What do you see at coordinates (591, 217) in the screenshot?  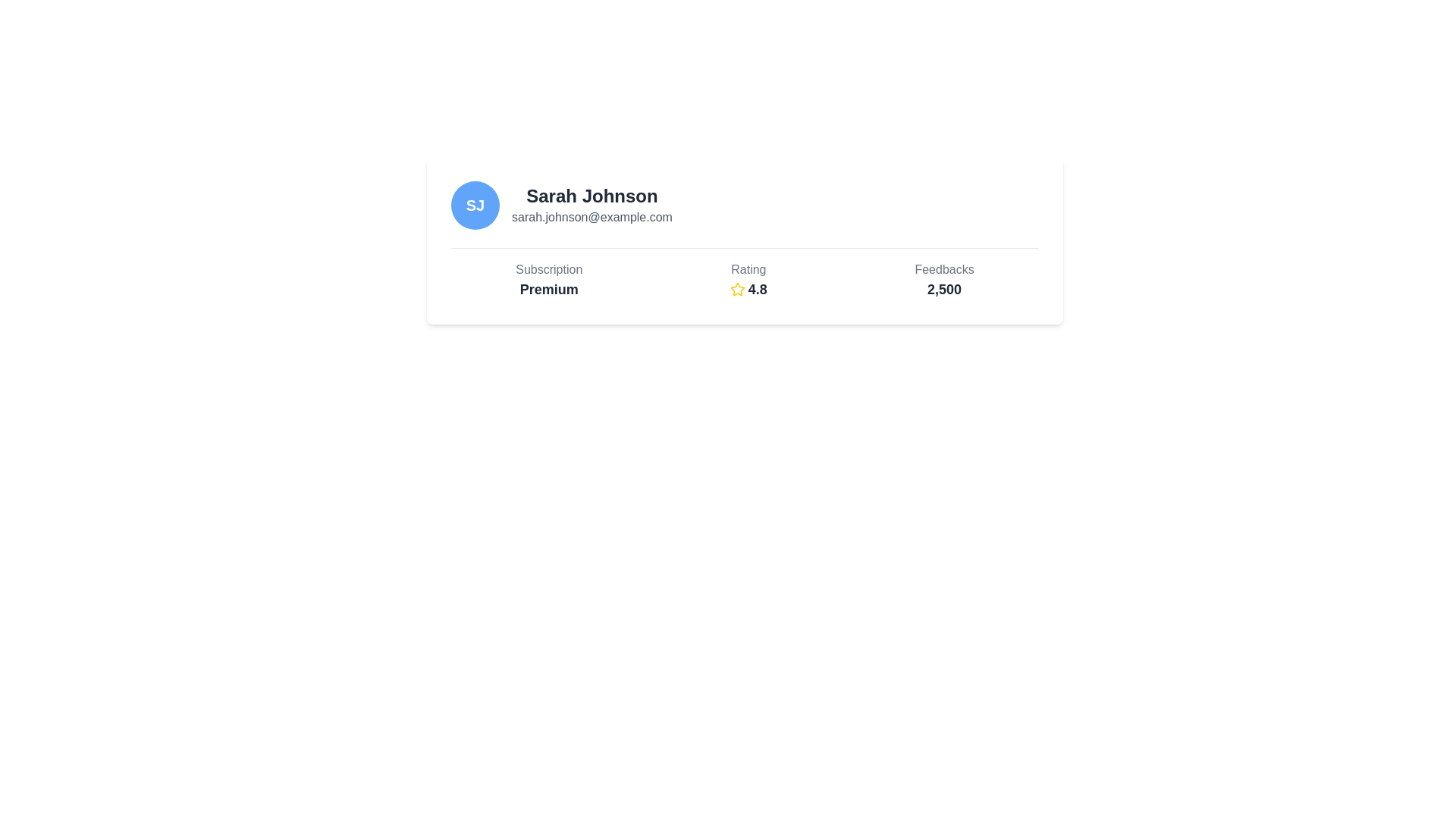 I see `email address displayed as 'sarah.johnson@example.com' located directly below the name text 'Sarah Johnson' in the profile header` at bounding box center [591, 217].